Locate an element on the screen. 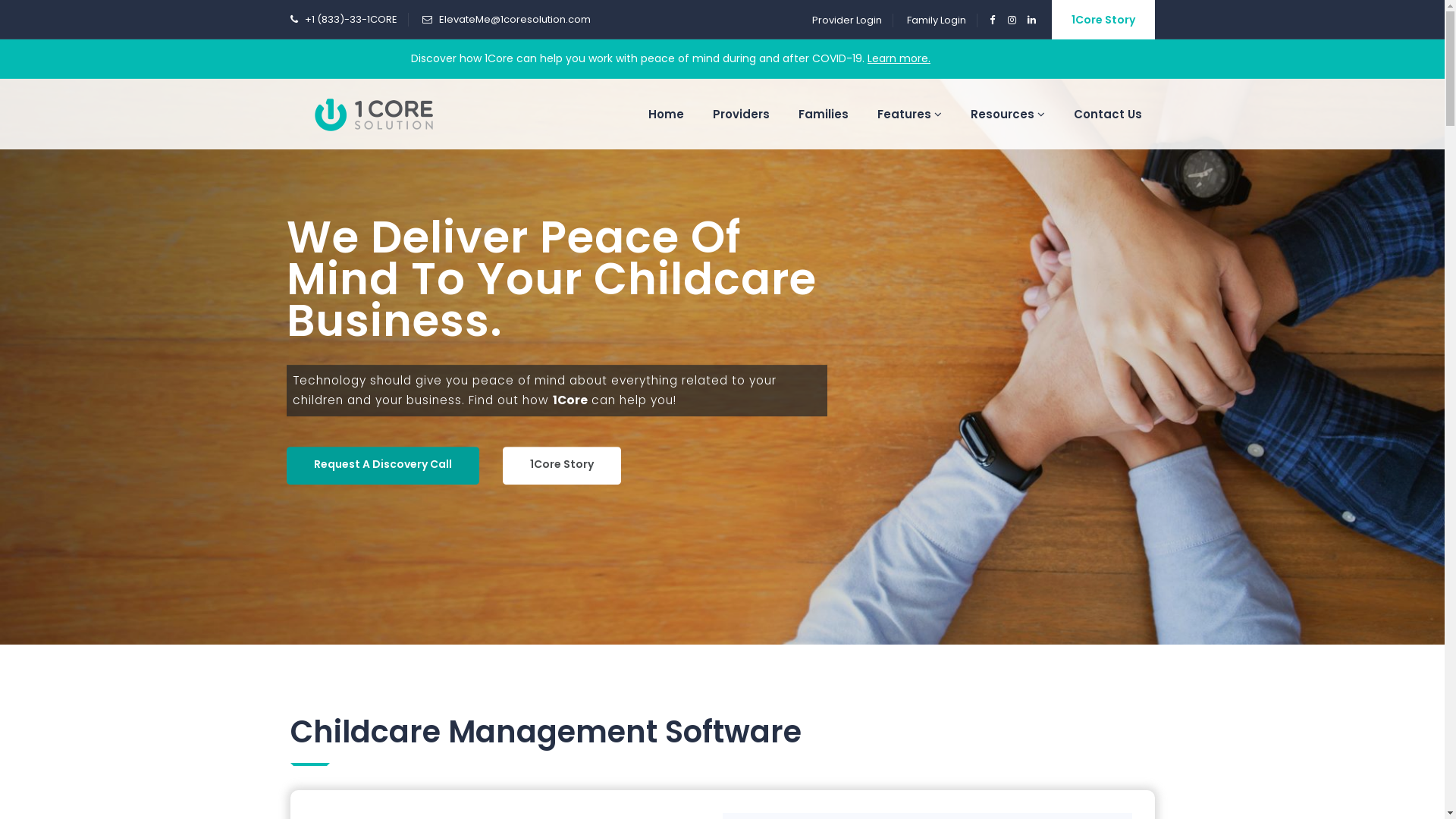  'Resources' is located at coordinates (1007, 113).